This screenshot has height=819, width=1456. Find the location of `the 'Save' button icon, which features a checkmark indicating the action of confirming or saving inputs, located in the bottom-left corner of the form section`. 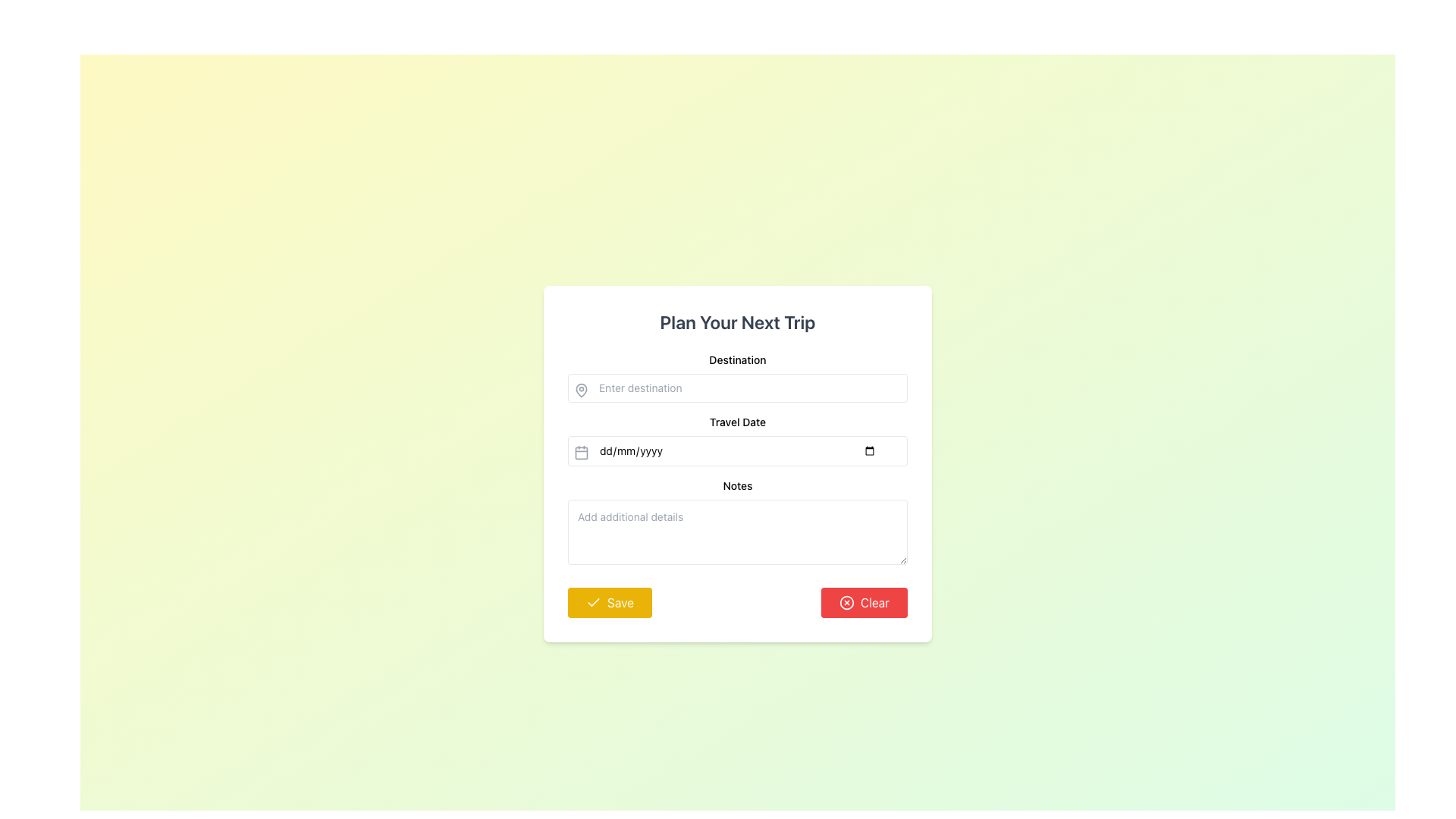

the 'Save' button icon, which features a checkmark indicating the action of confirming or saving inputs, located in the bottom-left corner of the form section is located at coordinates (592, 601).